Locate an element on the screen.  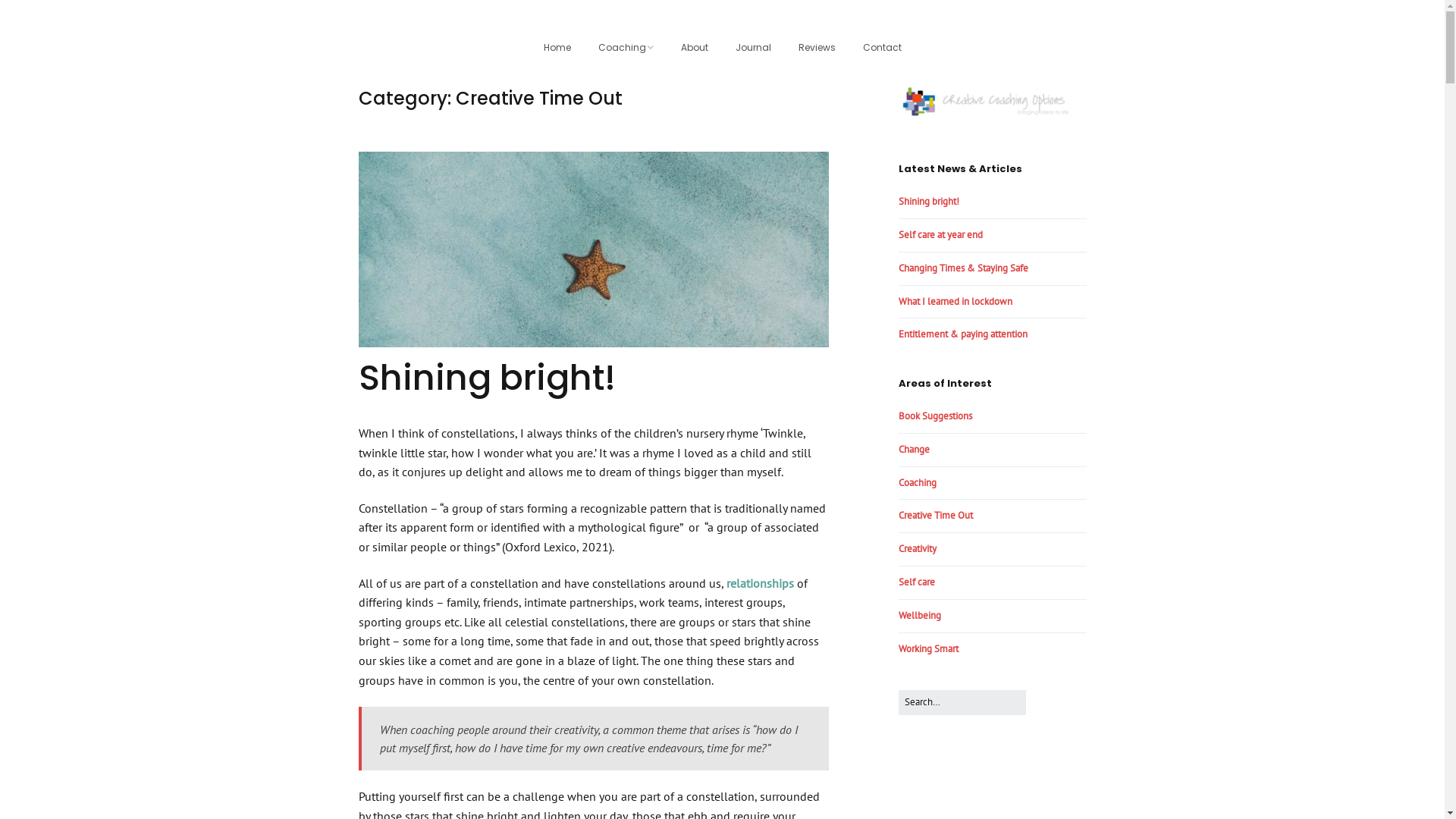
'Shining bright!' is located at coordinates (356, 376).